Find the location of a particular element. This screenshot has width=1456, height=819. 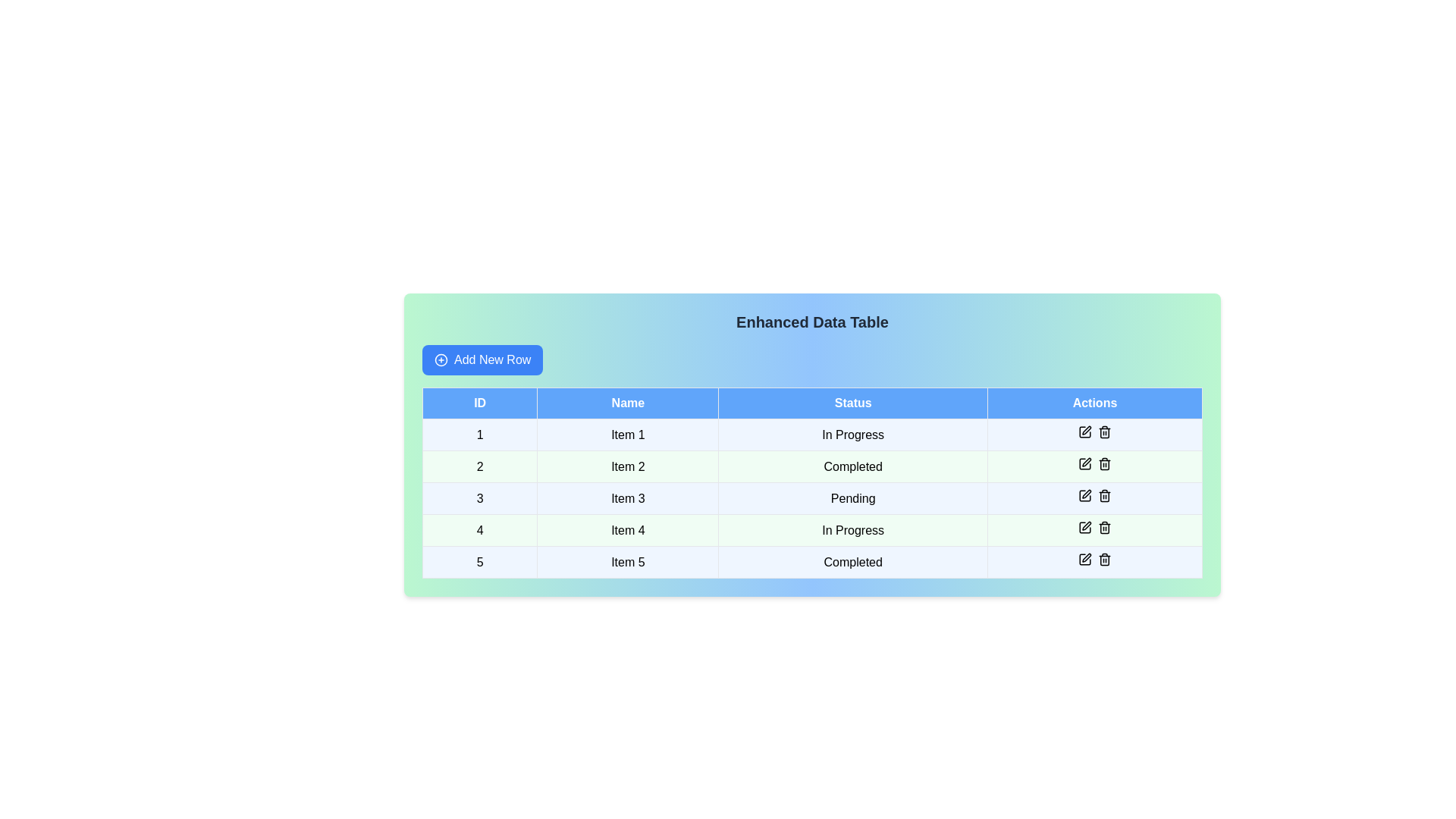

the 'edit' button represented by the pen icon in the 'Actions' column of the table row containing 'Item 2' under the 'Name' column is located at coordinates (1084, 463).